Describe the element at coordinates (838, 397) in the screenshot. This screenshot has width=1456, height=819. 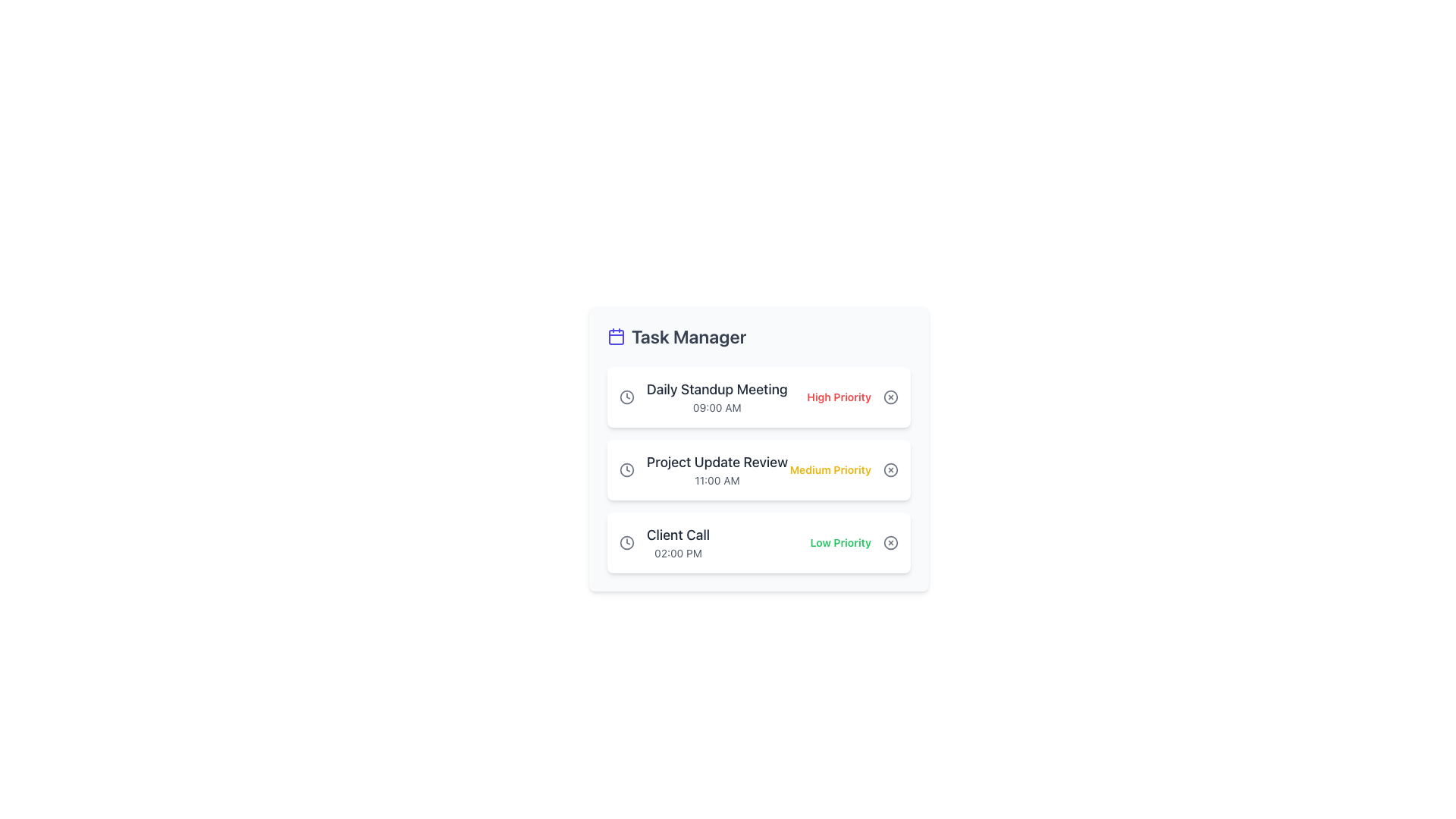
I see `the priority level label associated with the 'Daily Standup Meeting' task, located to the right of the task title and time, adjacent to a circular button icon` at that location.